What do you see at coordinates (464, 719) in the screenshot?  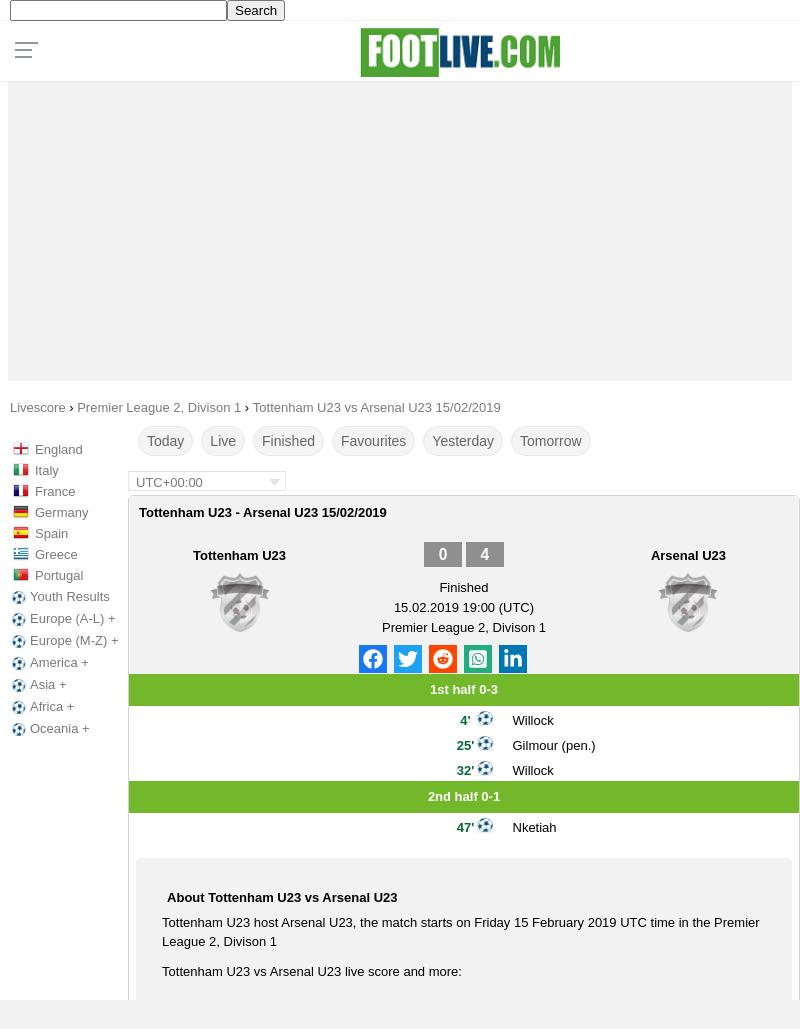 I see `'4''` at bounding box center [464, 719].